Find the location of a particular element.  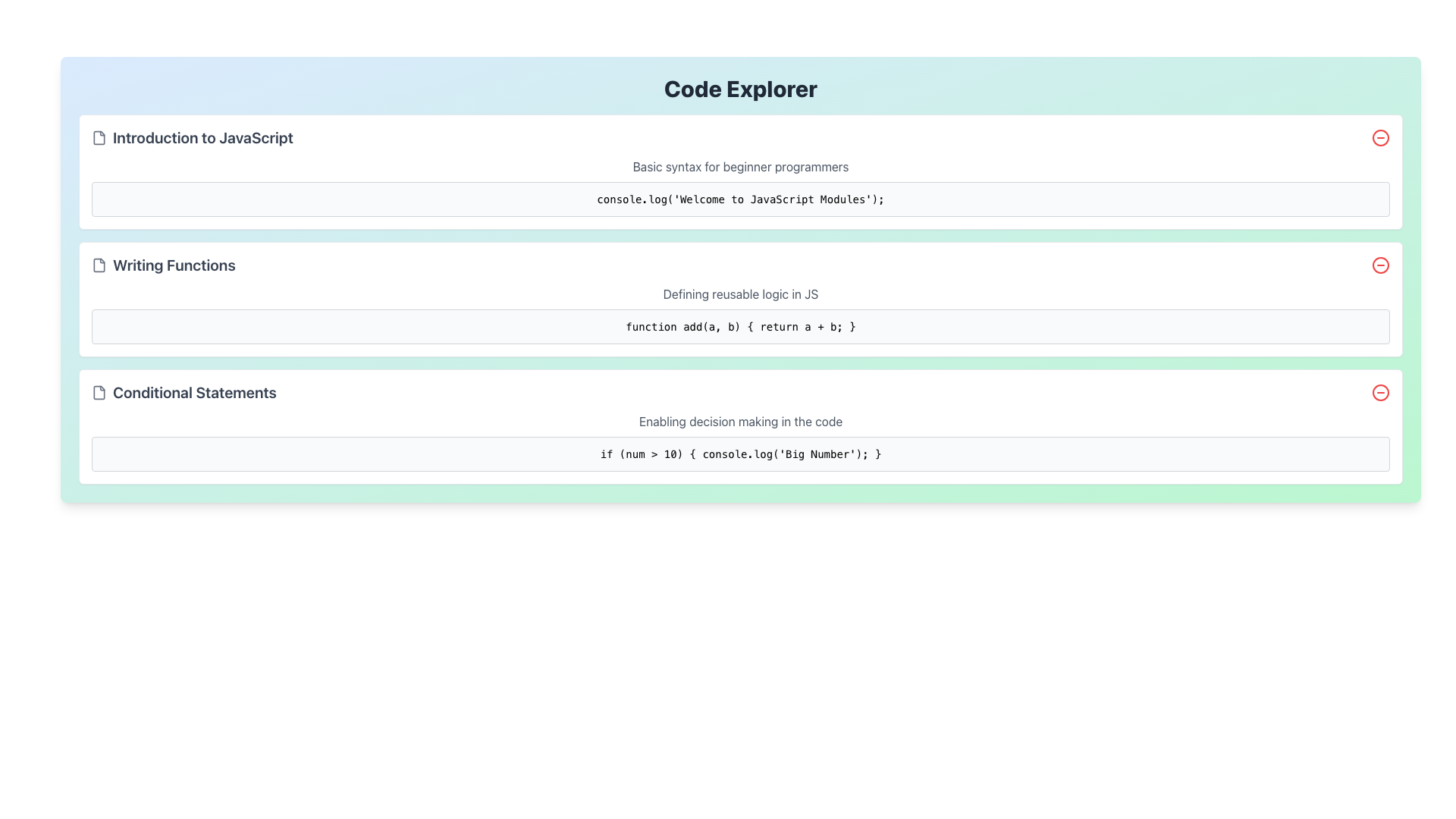

the small light gray file icon positioned to the left of the text 'Writing Functions' as a visual indicator is located at coordinates (98, 265).